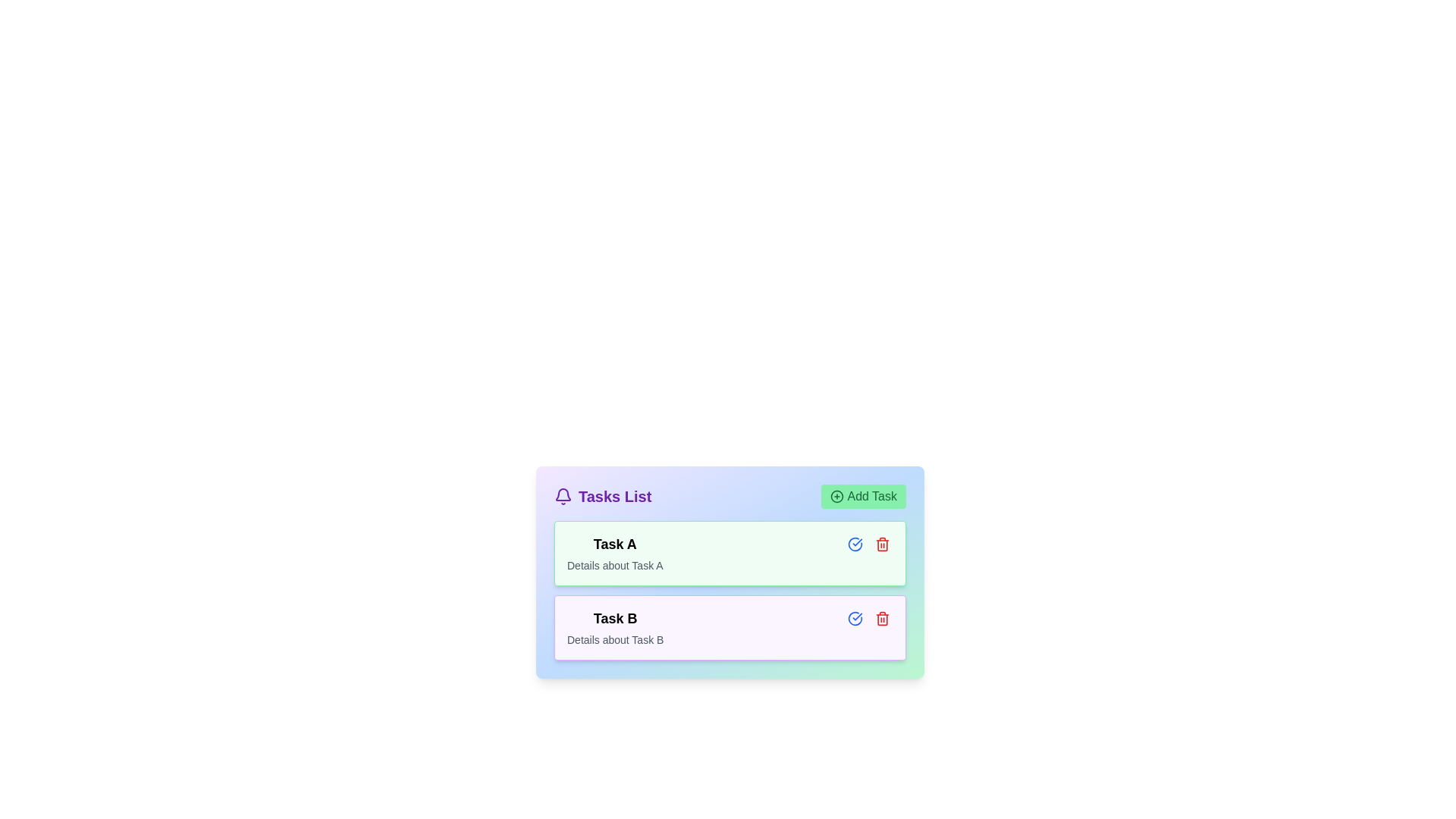 Image resolution: width=1456 pixels, height=819 pixels. Describe the element at coordinates (855, 543) in the screenshot. I see `the blue circular icon with a checkmark inside, located on the right side of the second task row labeled 'Task B', to mark the task as completed` at that location.